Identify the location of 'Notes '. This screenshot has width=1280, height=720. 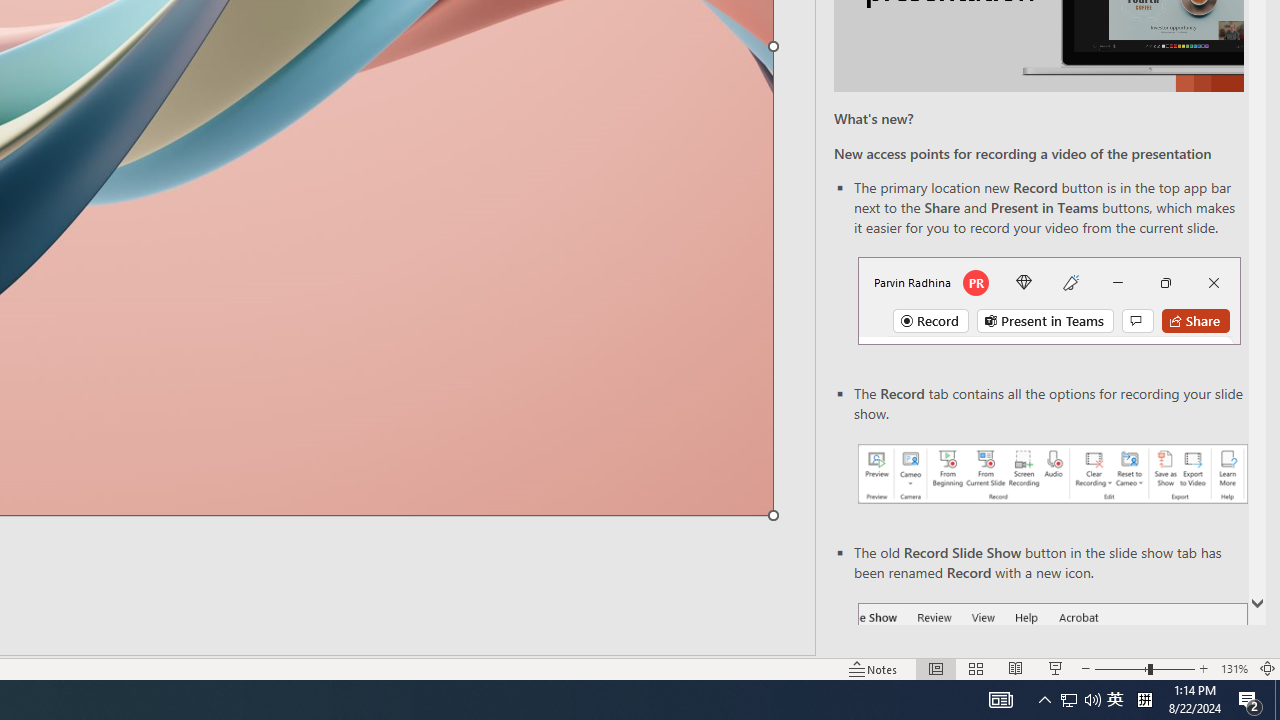
(874, 669).